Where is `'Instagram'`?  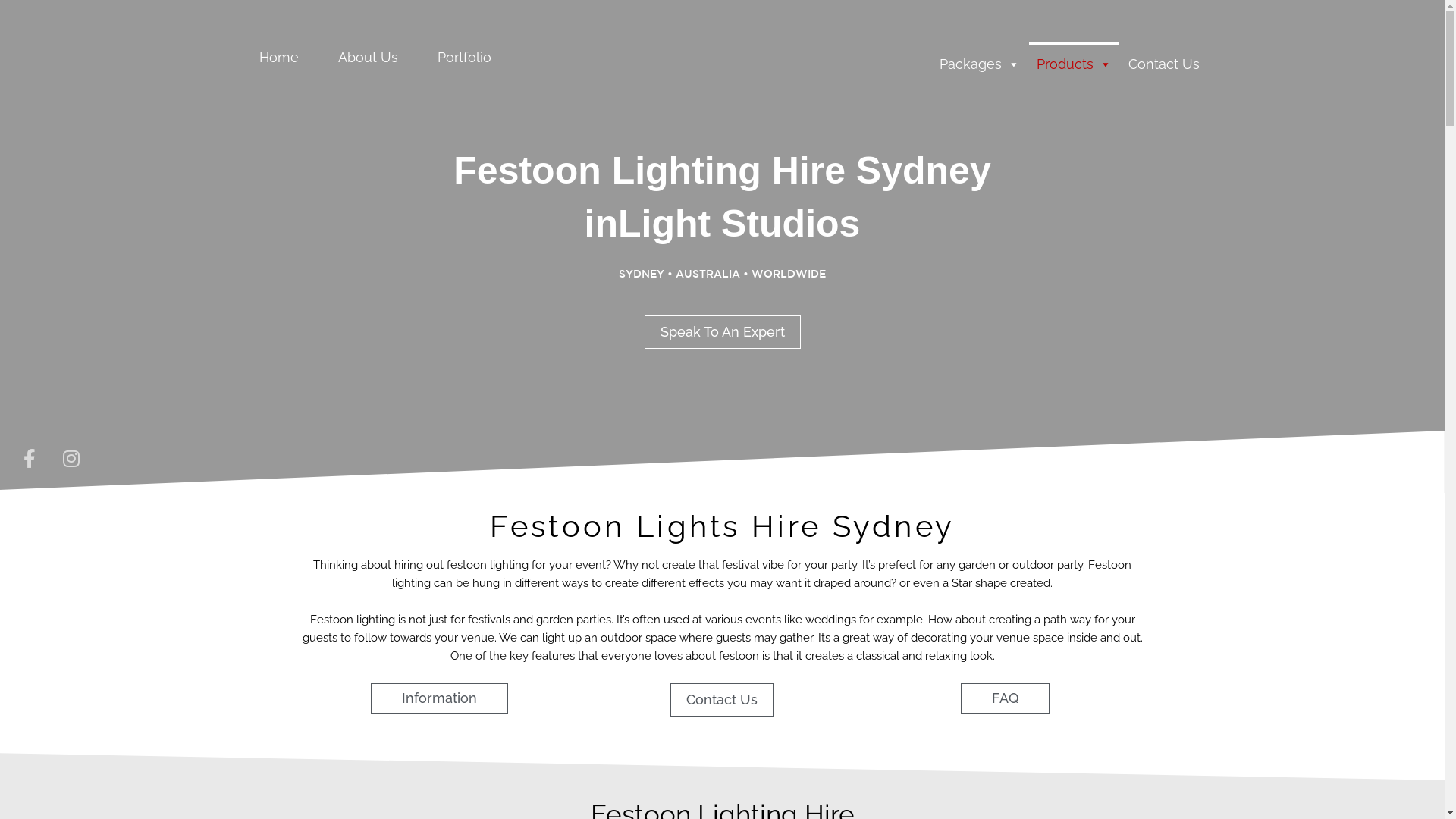 'Instagram' is located at coordinates (71, 458).